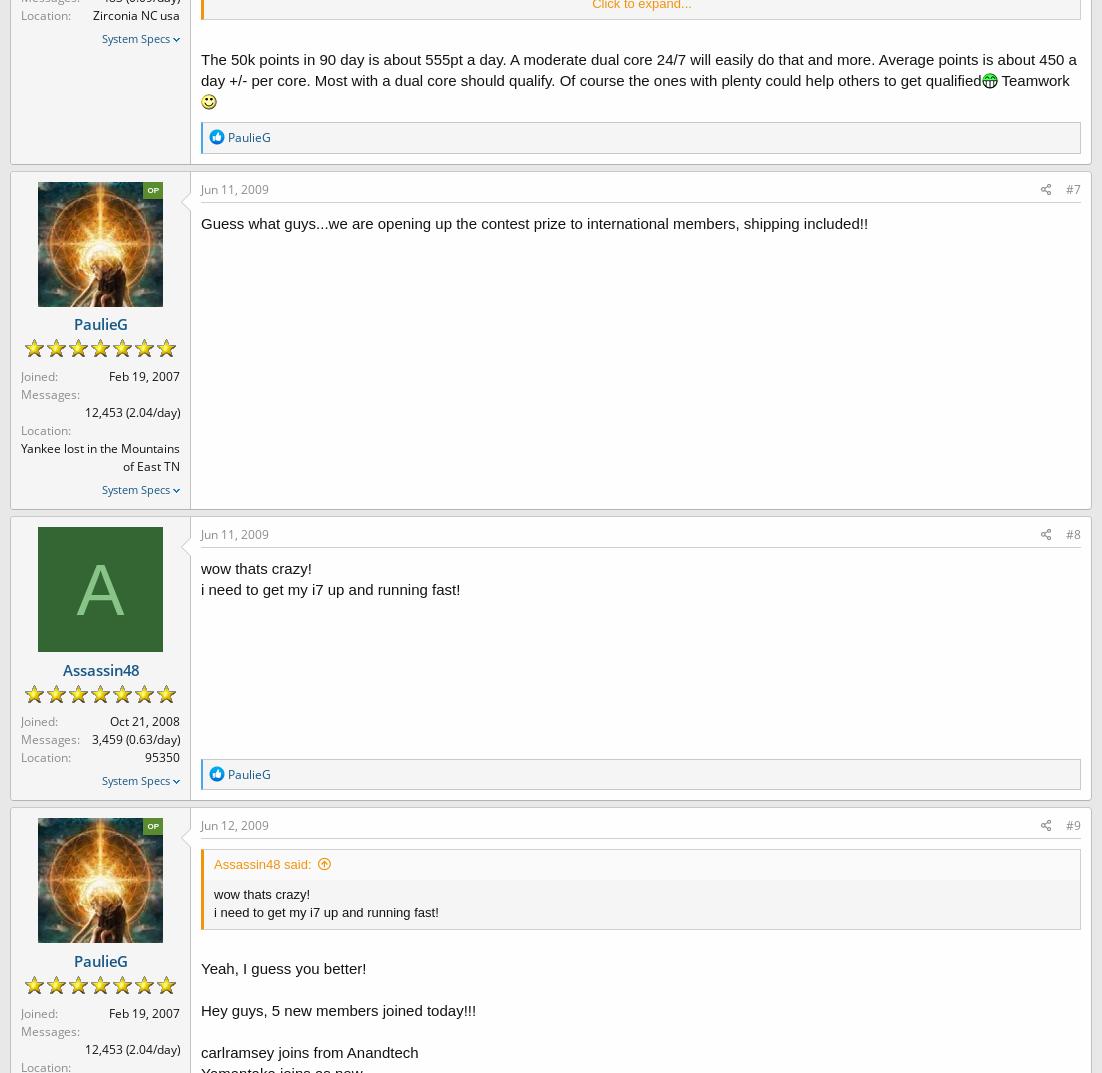 The width and height of the screenshot is (1102, 1073). I want to click on 'Yankee lost in the Mountains of East TN', so click(100, 457).